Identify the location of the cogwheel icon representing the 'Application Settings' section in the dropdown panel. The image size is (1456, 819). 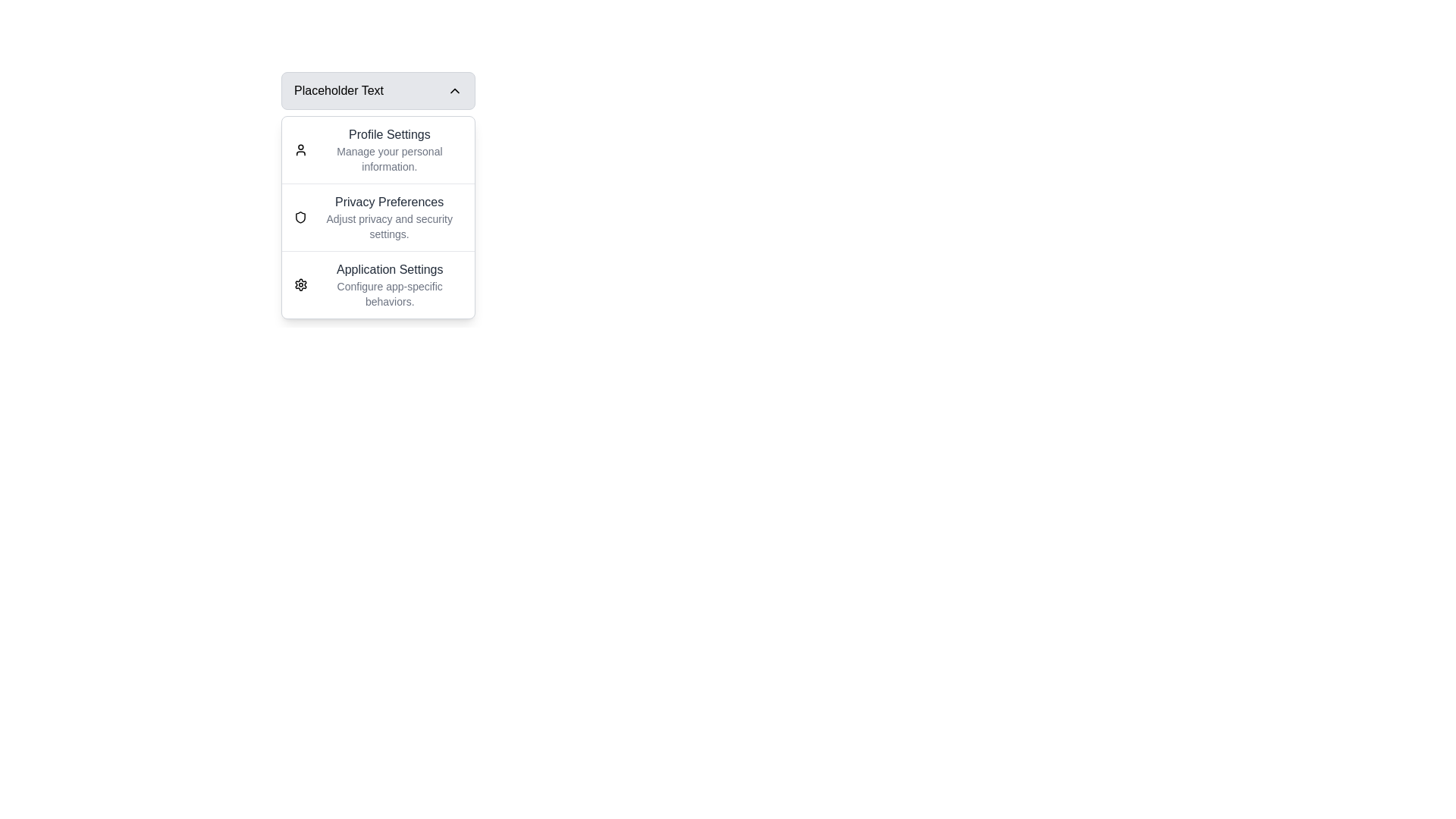
(301, 284).